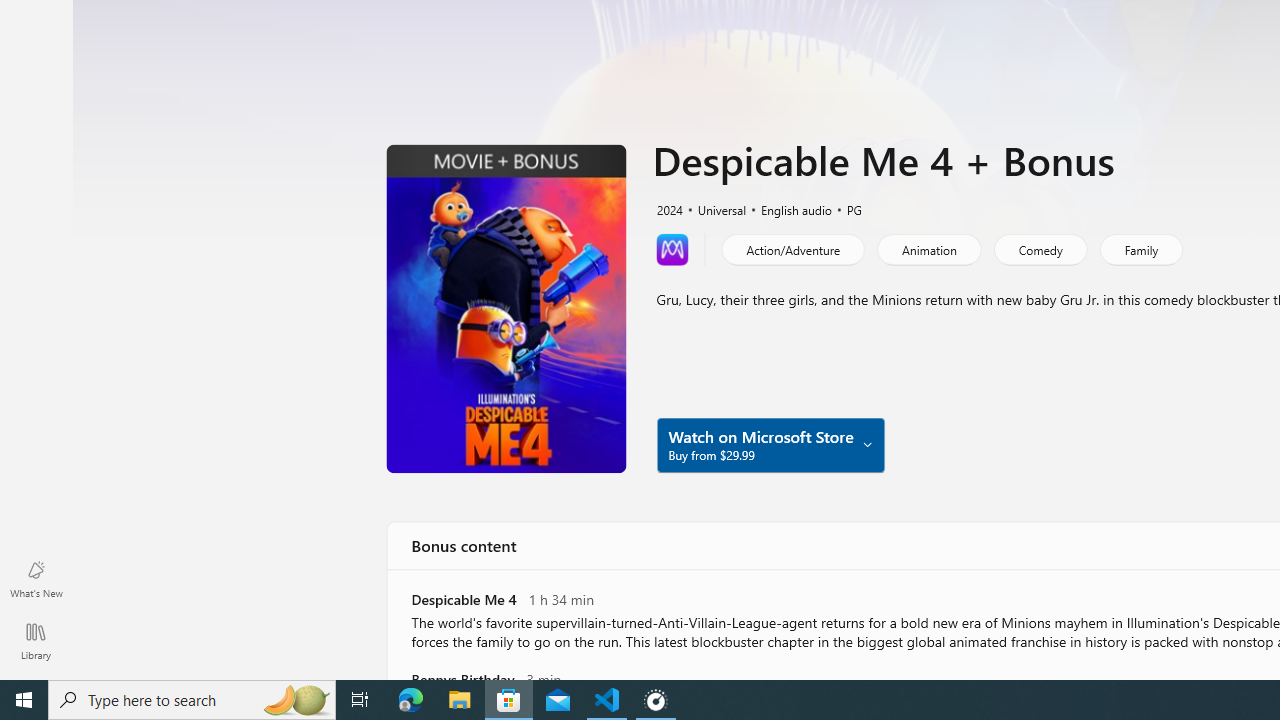 The width and height of the screenshot is (1280, 720). I want to click on 'Learn more about Movies Anywhere', so click(672, 248).